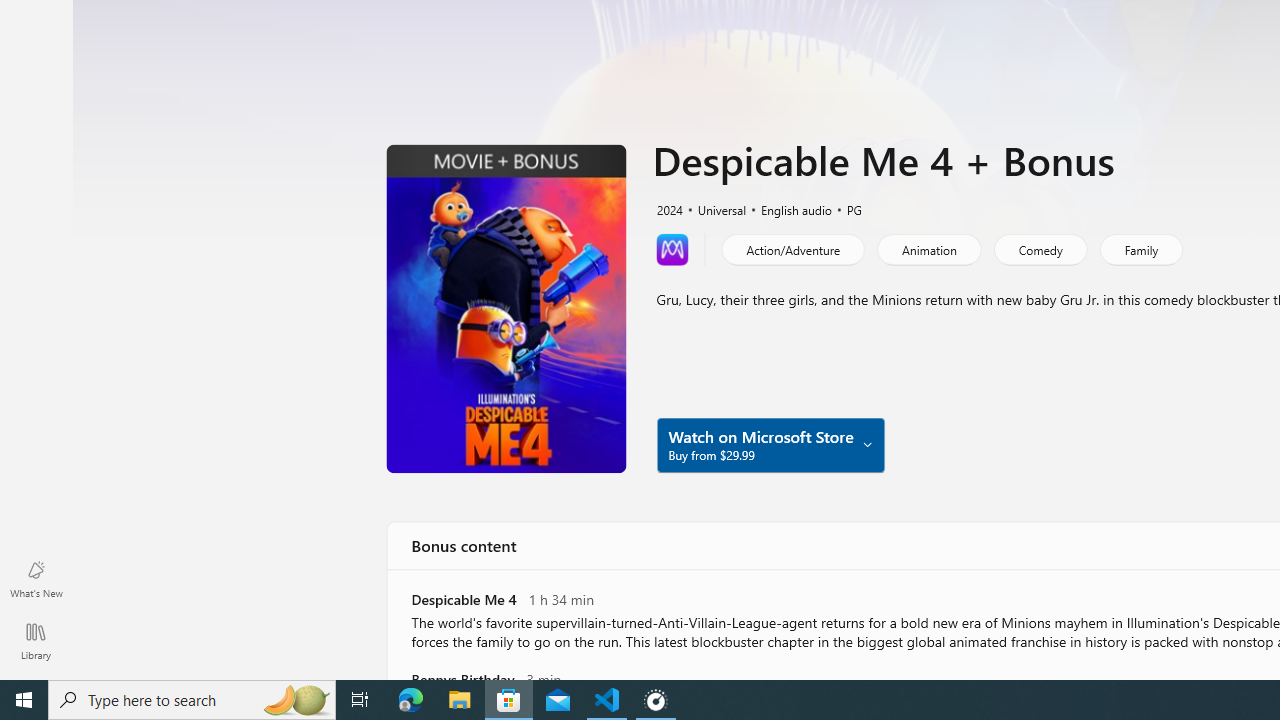 The width and height of the screenshot is (1280, 720). I want to click on 'Learn more about Movies Anywhere', so click(672, 248).